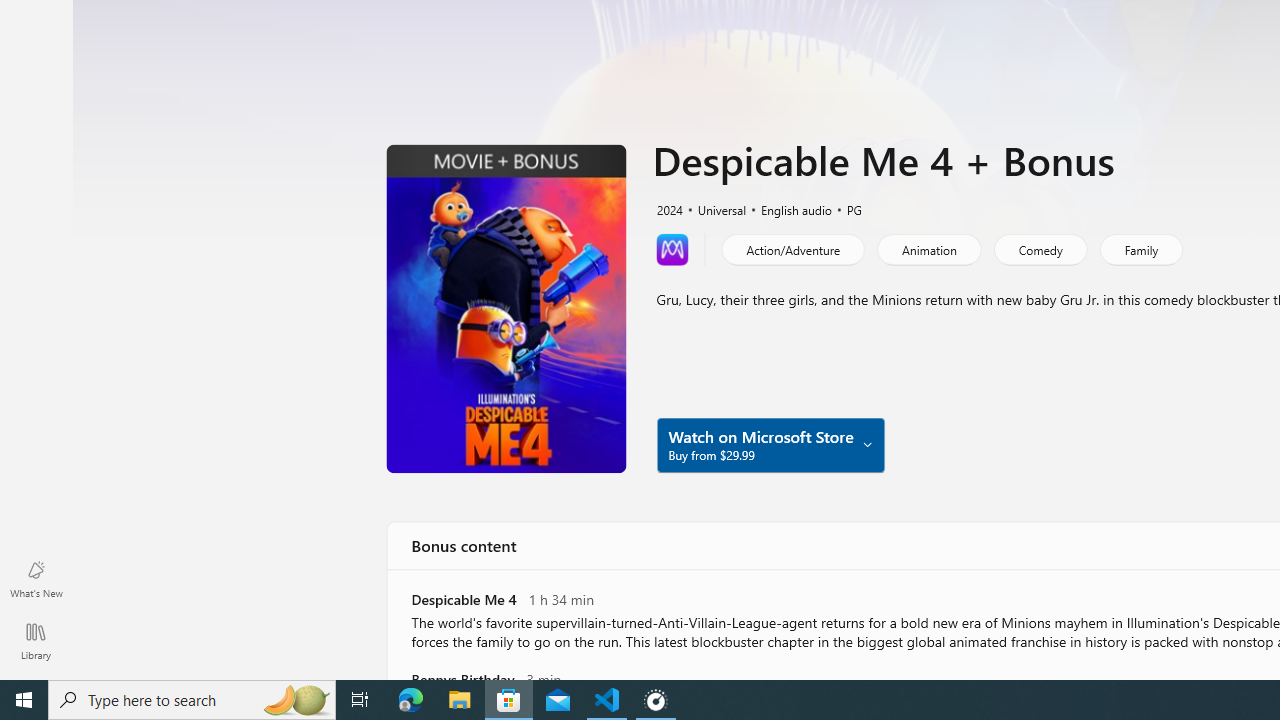 The width and height of the screenshot is (1280, 720). I want to click on 'Learn more about Movies Anywhere', so click(672, 248).